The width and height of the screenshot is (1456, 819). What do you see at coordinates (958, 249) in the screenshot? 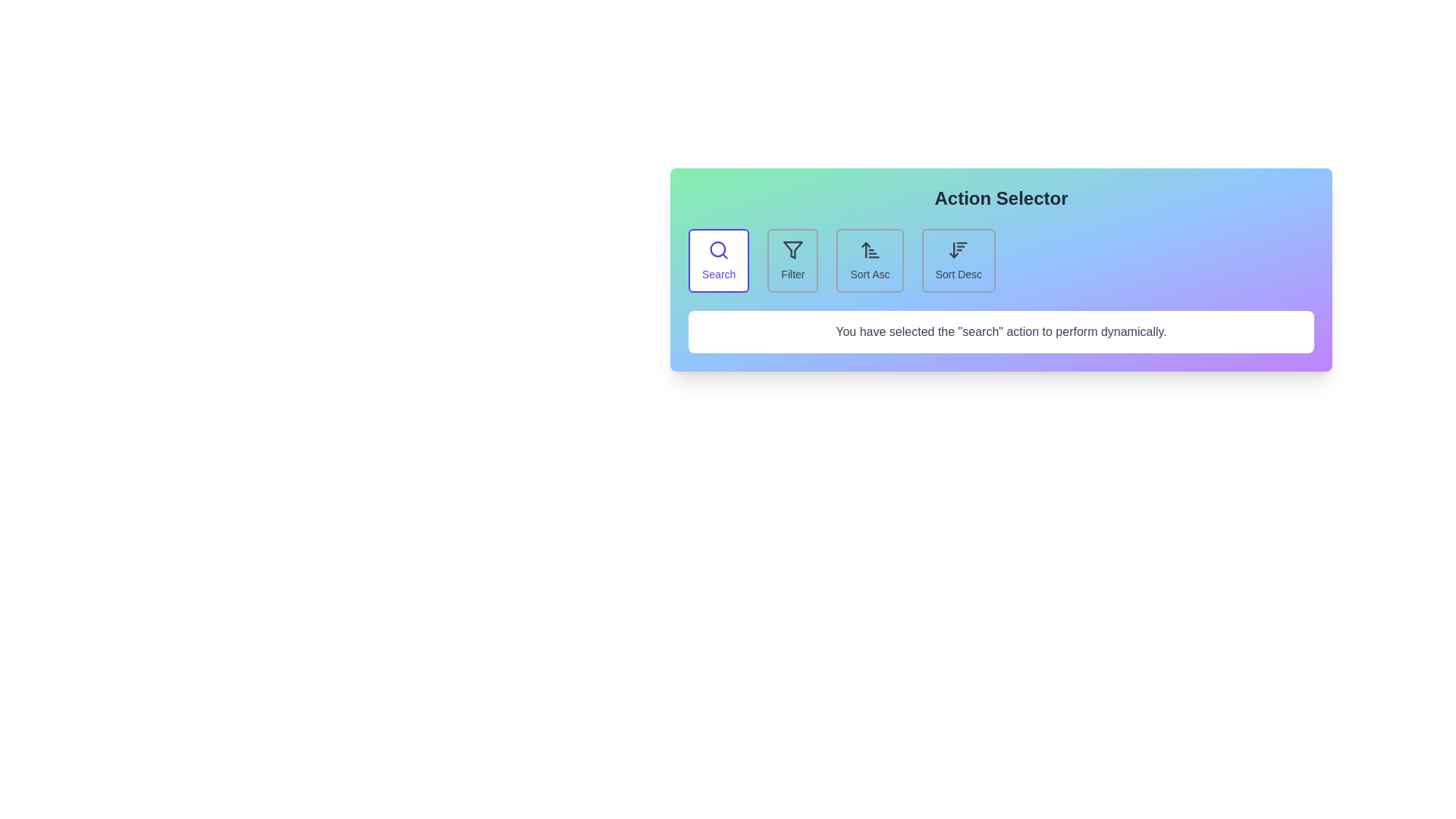
I see `the 'Sort in Descending Order' icon located within the fourth button labeled 'Sort Desc'` at bounding box center [958, 249].